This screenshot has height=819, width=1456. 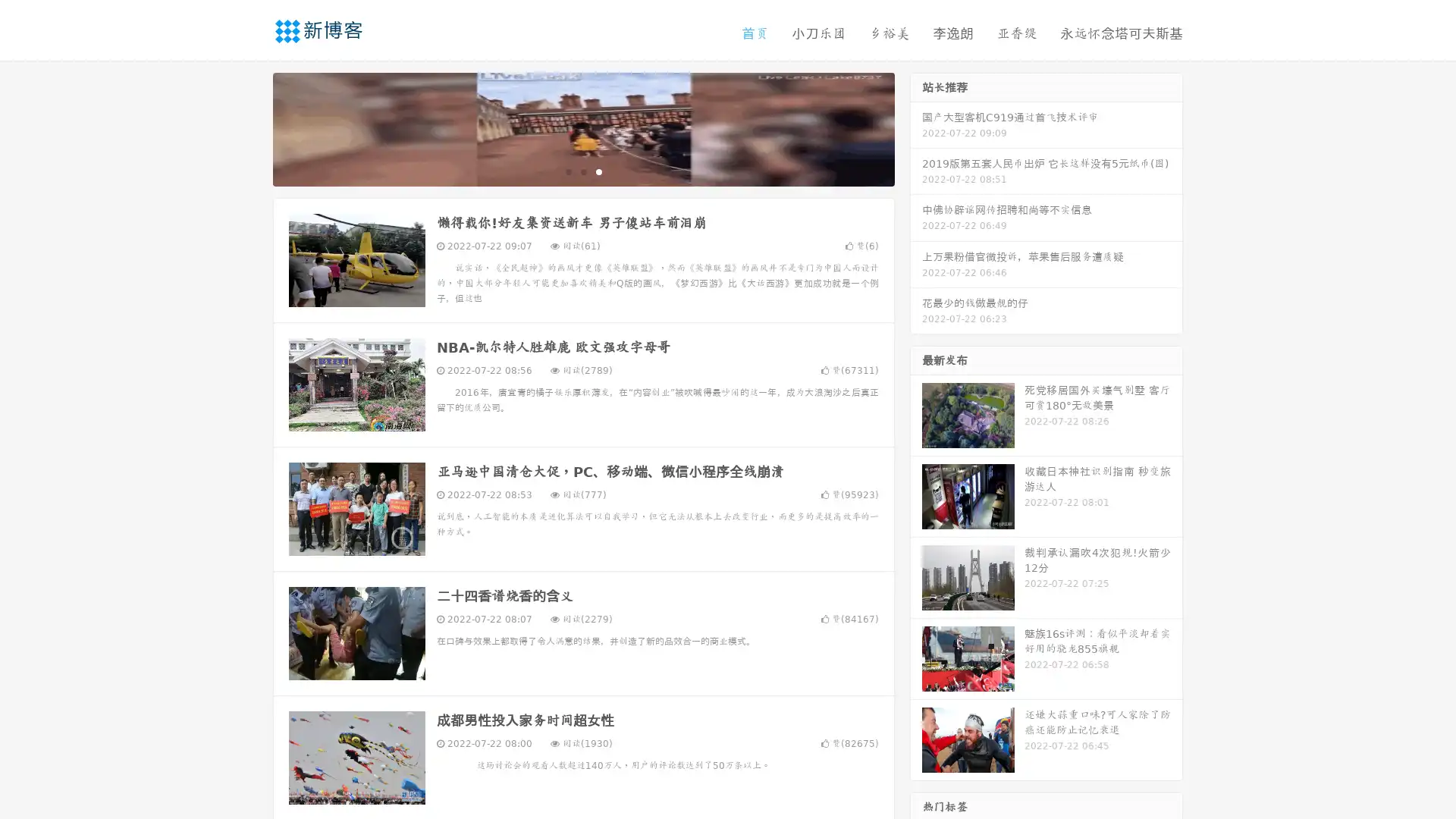 I want to click on Previous slide, so click(x=250, y=127).